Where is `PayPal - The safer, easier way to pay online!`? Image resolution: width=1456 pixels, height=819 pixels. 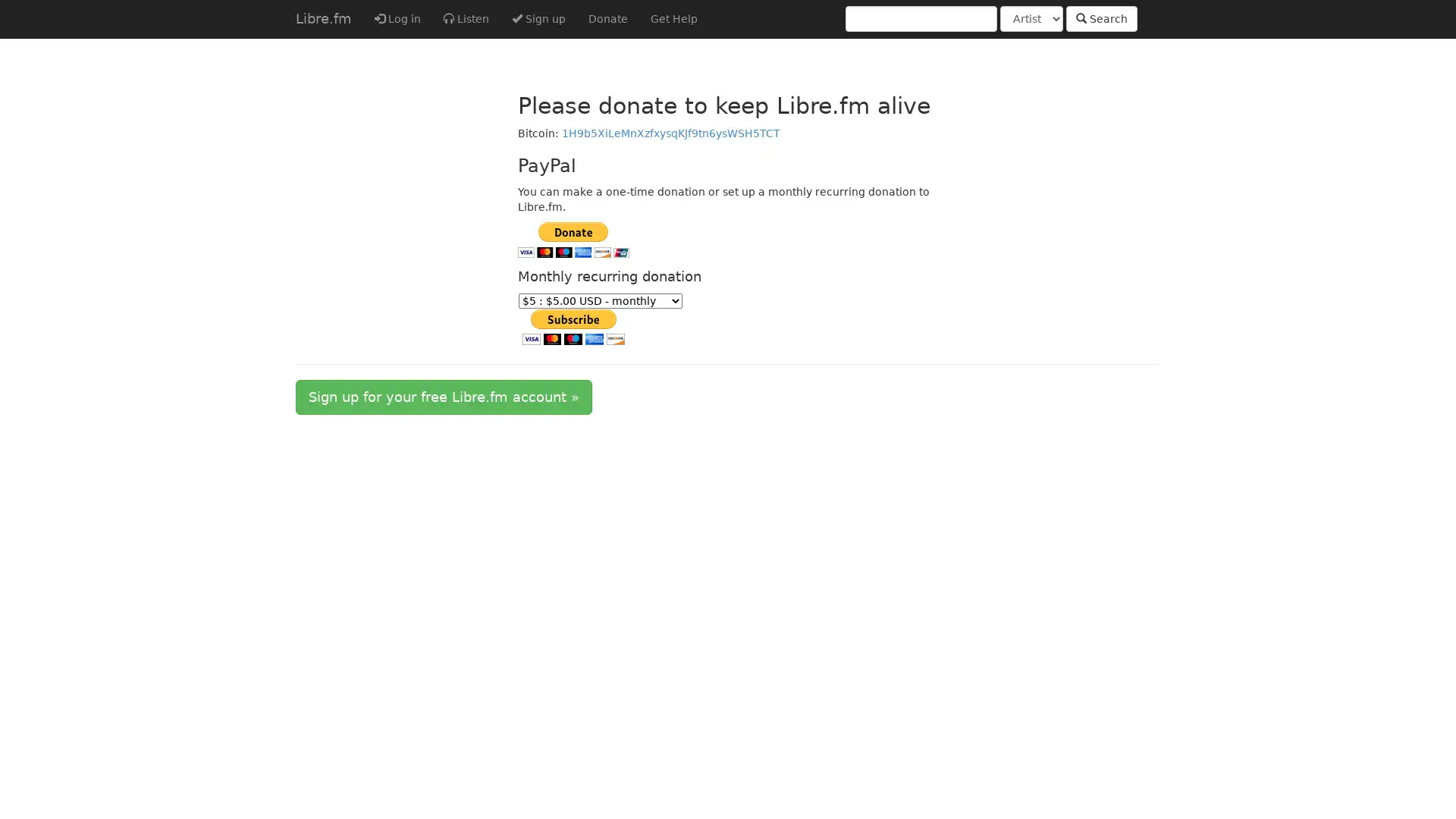 PayPal - The safer, easier way to pay online! is located at coordinates (572, 326).